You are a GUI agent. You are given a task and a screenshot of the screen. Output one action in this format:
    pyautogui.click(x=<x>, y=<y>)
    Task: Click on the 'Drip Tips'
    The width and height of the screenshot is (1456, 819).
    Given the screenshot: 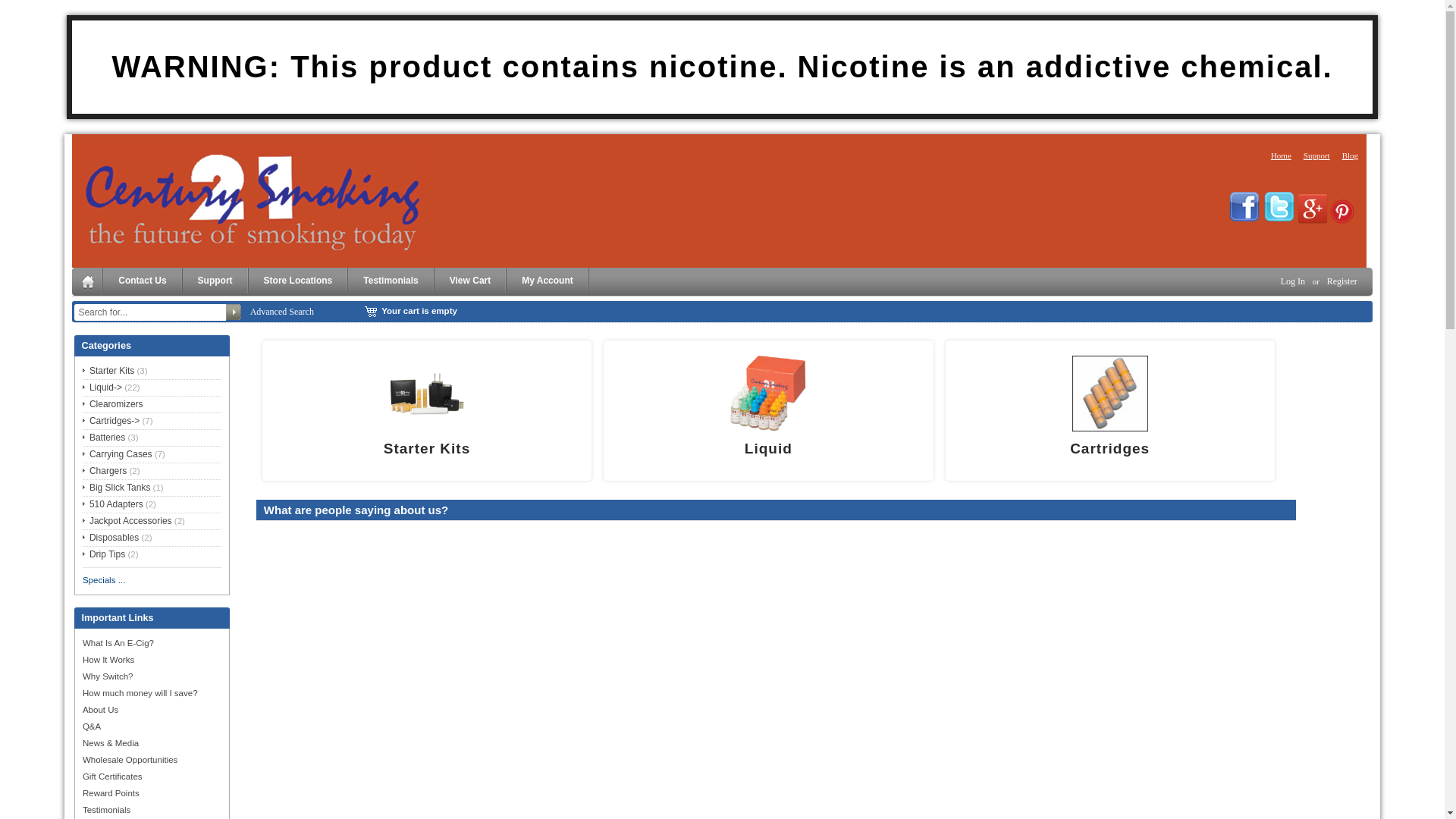 What is the action you would take?
    pyautogui.click(x=103, y=554)
    